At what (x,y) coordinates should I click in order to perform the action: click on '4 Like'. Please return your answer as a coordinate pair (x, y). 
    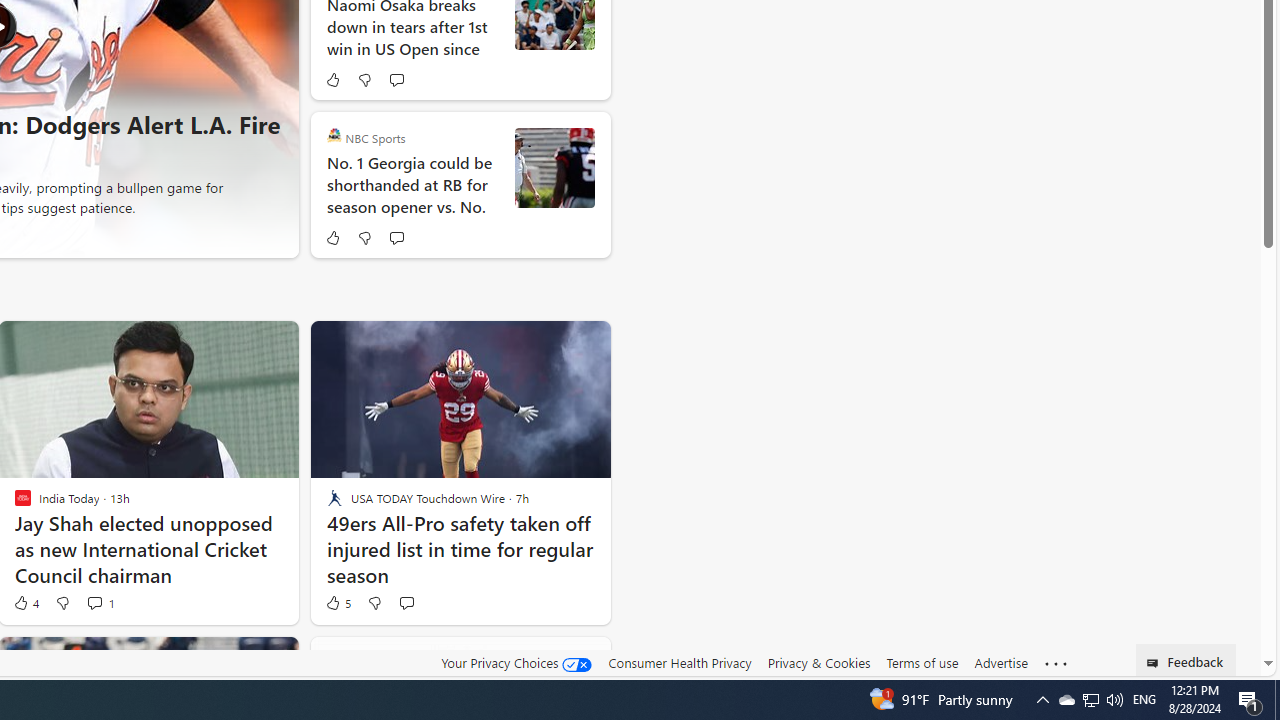
    Looking at the image, I should click on (25, 601).